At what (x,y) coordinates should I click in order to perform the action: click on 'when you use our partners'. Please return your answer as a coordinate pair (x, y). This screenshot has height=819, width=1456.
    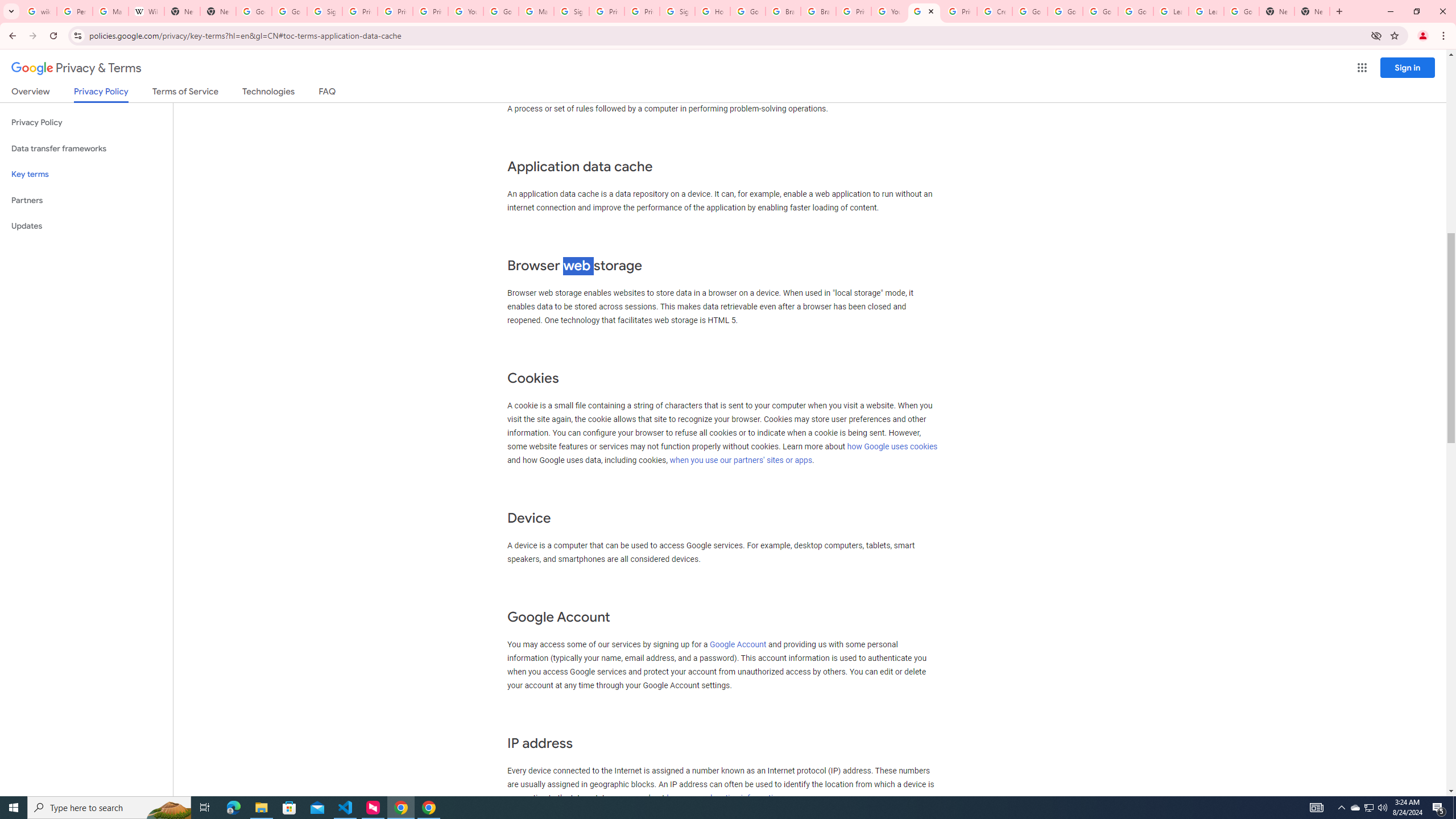
    Looking at the image, I should click on (741, 460).